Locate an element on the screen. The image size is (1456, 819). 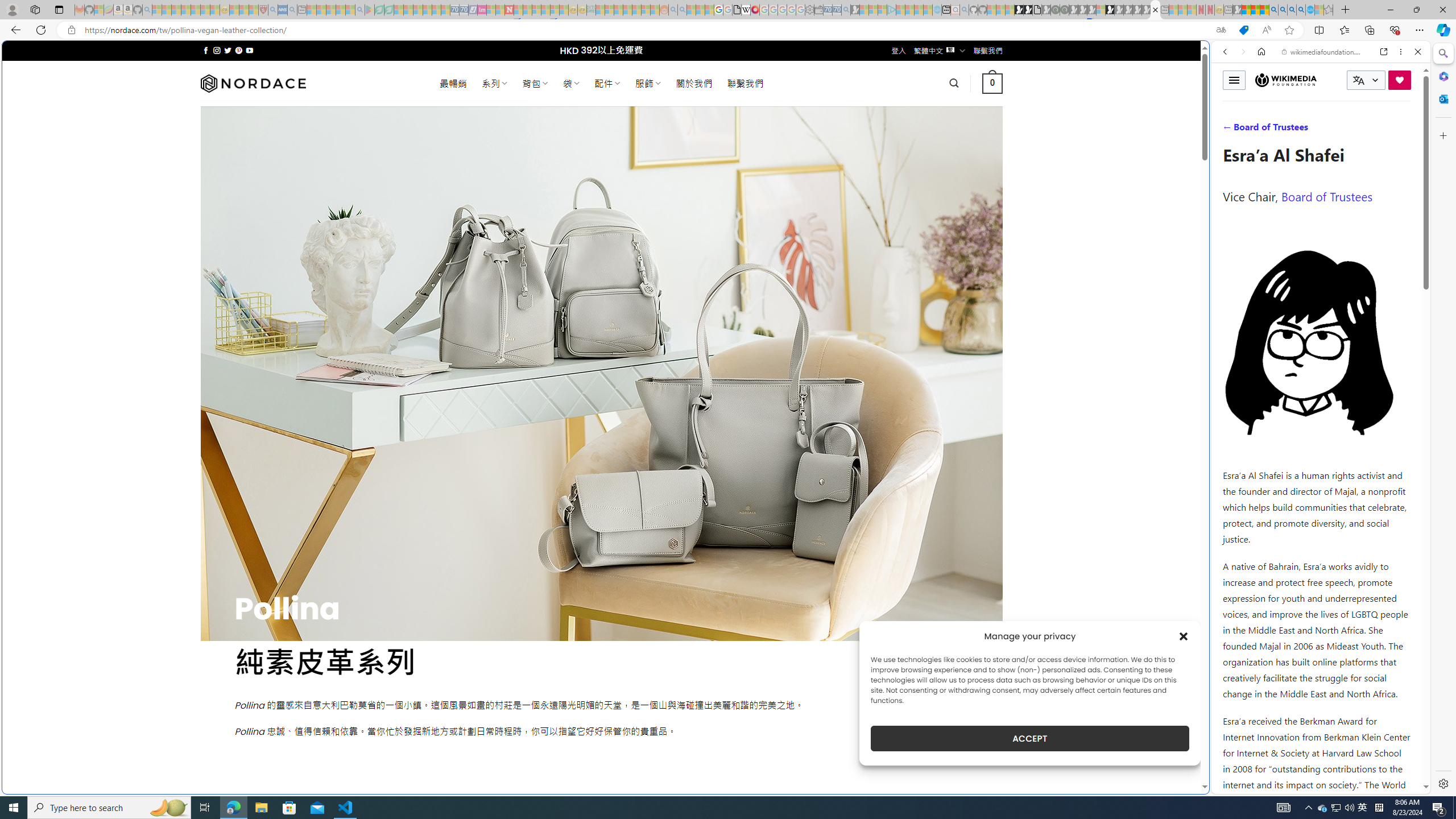
'Wikimedia Foundation' is located at coordinates (1286, 79).